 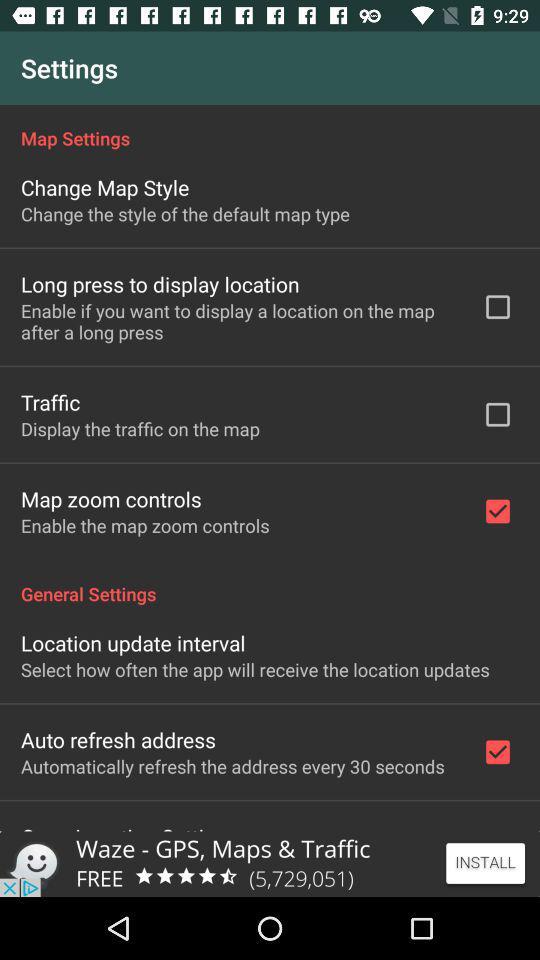 What do you see at coordinates (255, 669) in the screenshot?
I see `the app above auto refresh address app` at bounding box center [255, 669].